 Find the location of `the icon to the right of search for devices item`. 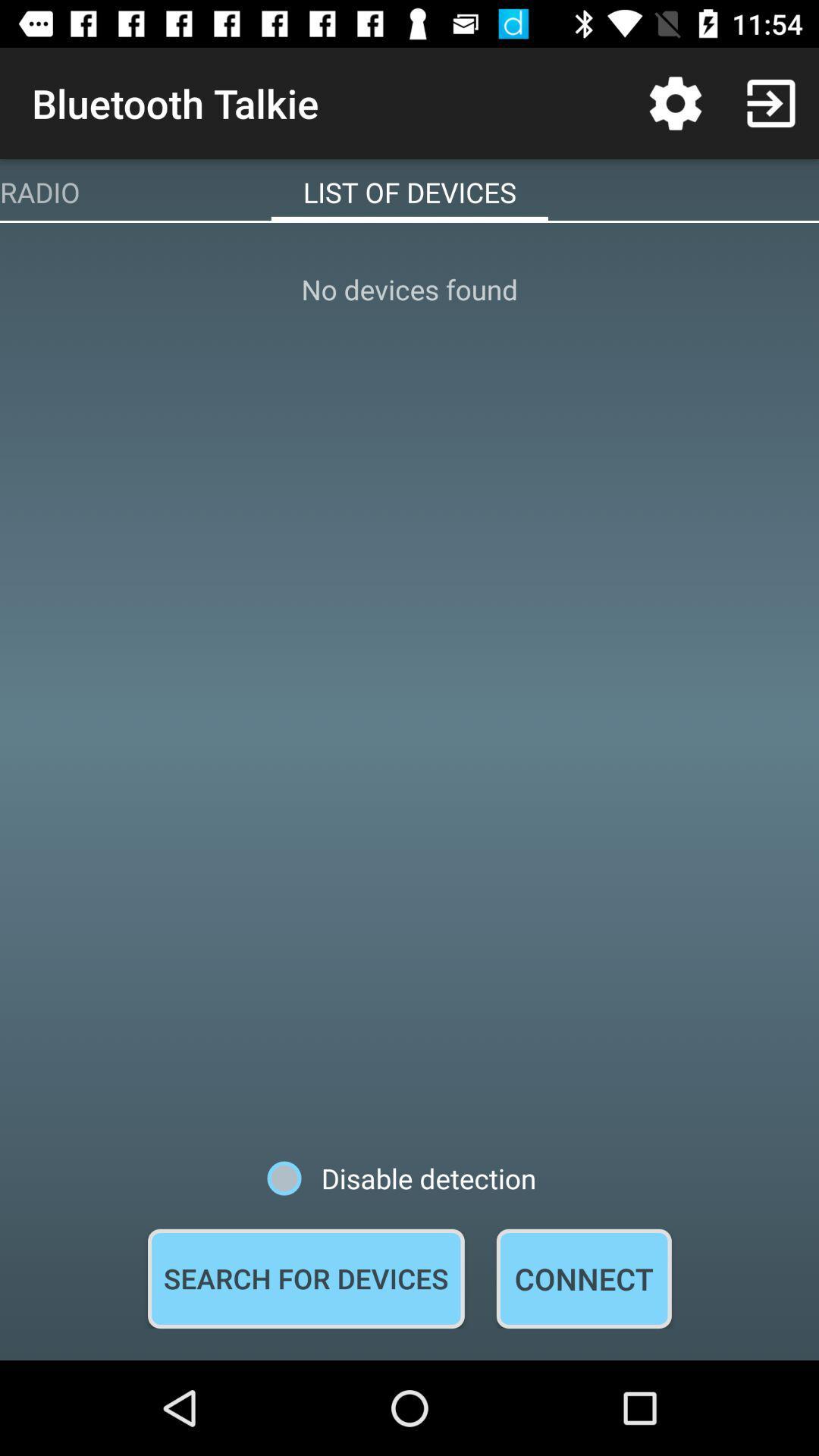

the icon to the right of search for devices item is located at coordinates (583, 1278).